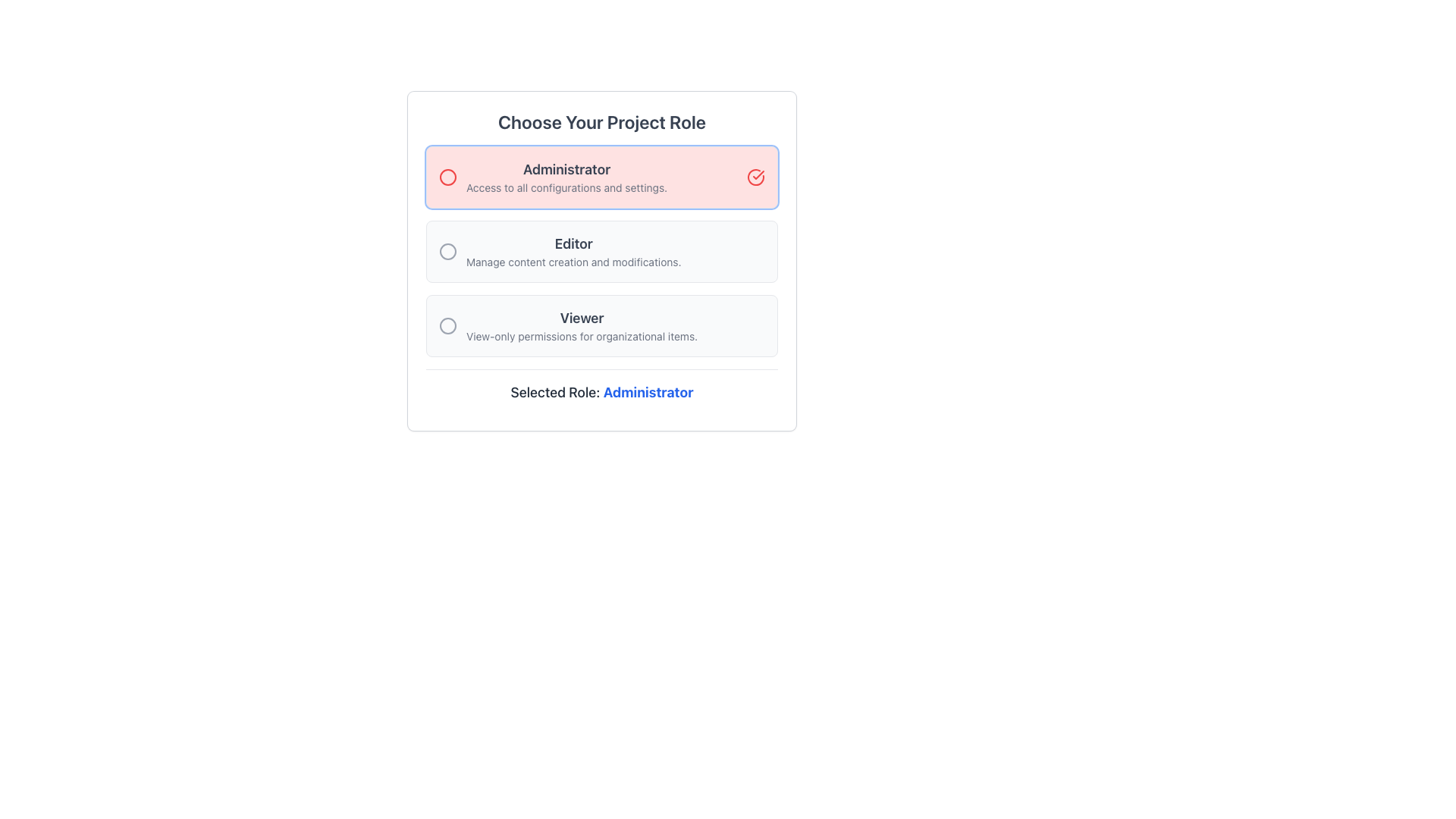  Describe the element at coordinates (447, 325) in the screenshot. I see `the SVG Circle icon that represents a state or selectable option, located near the text 'Viewer: View-only permissions for organizational items'` at that location.